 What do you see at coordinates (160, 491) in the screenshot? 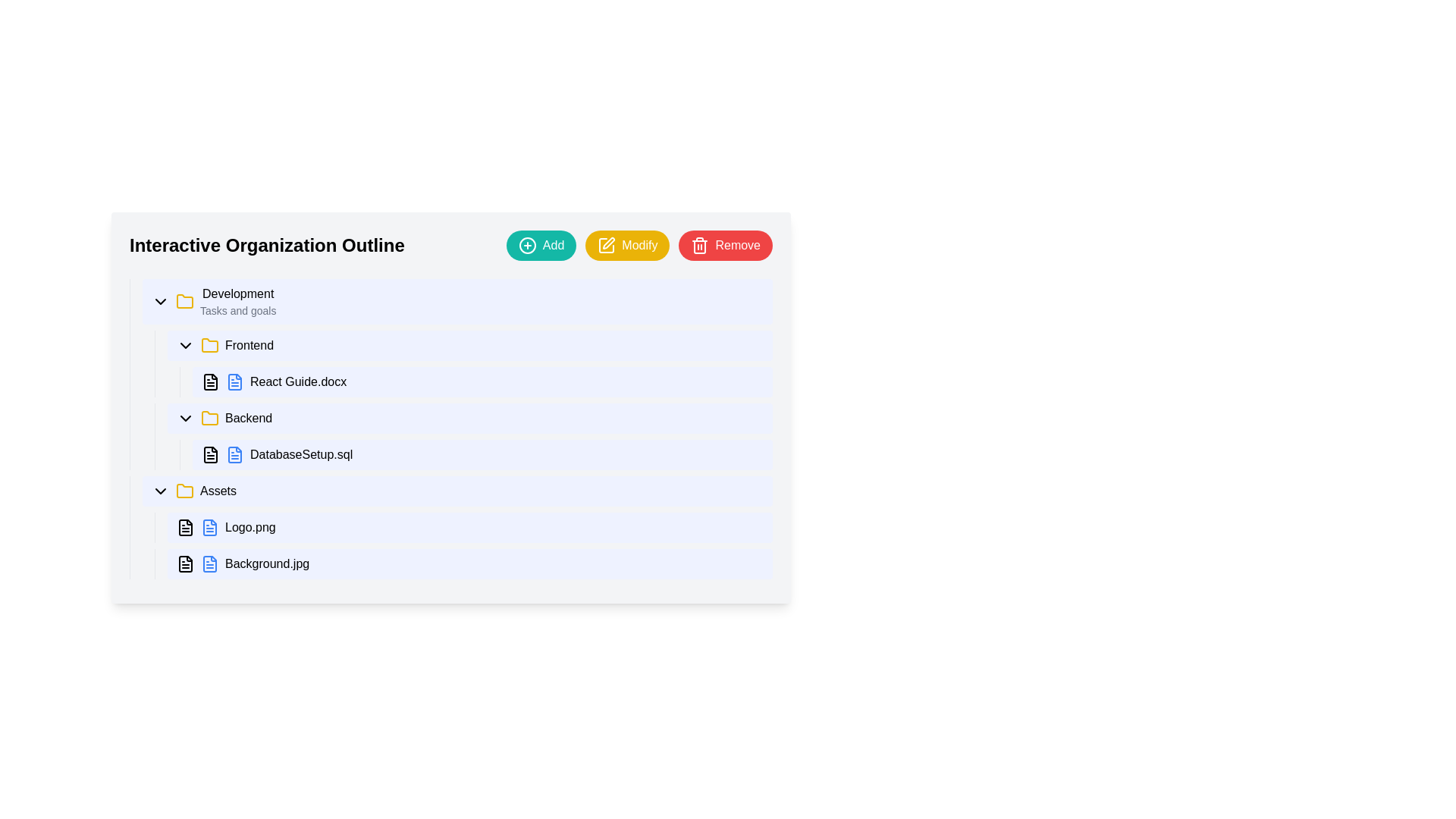
I see `the chevron icon located to the left of the 'Assets' button` at bounding box center [160, 491].